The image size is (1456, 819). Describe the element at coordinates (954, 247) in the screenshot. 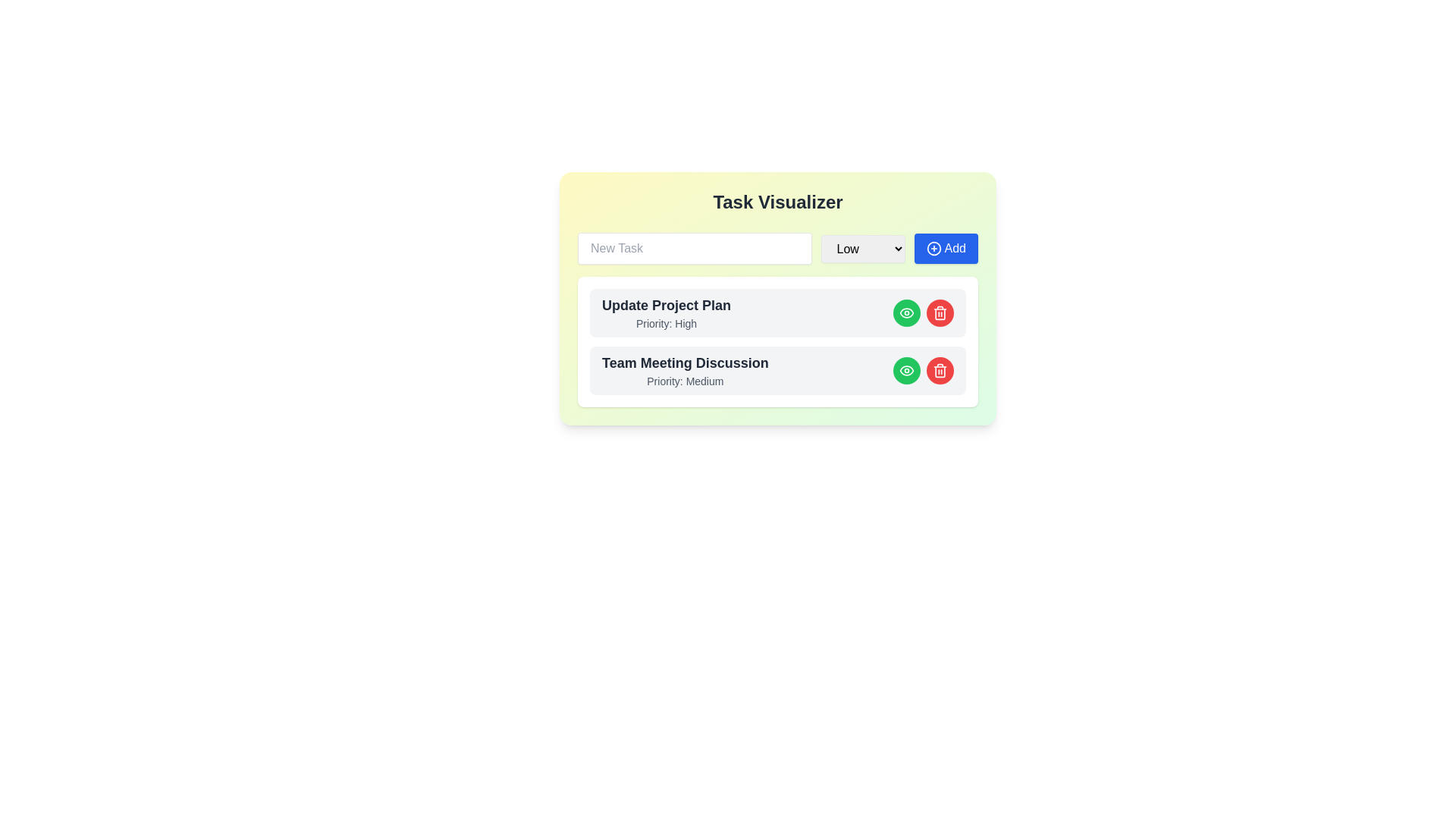

I see `the blue button labeled 'Add' located on the right-hand side of the task input area` at that location.